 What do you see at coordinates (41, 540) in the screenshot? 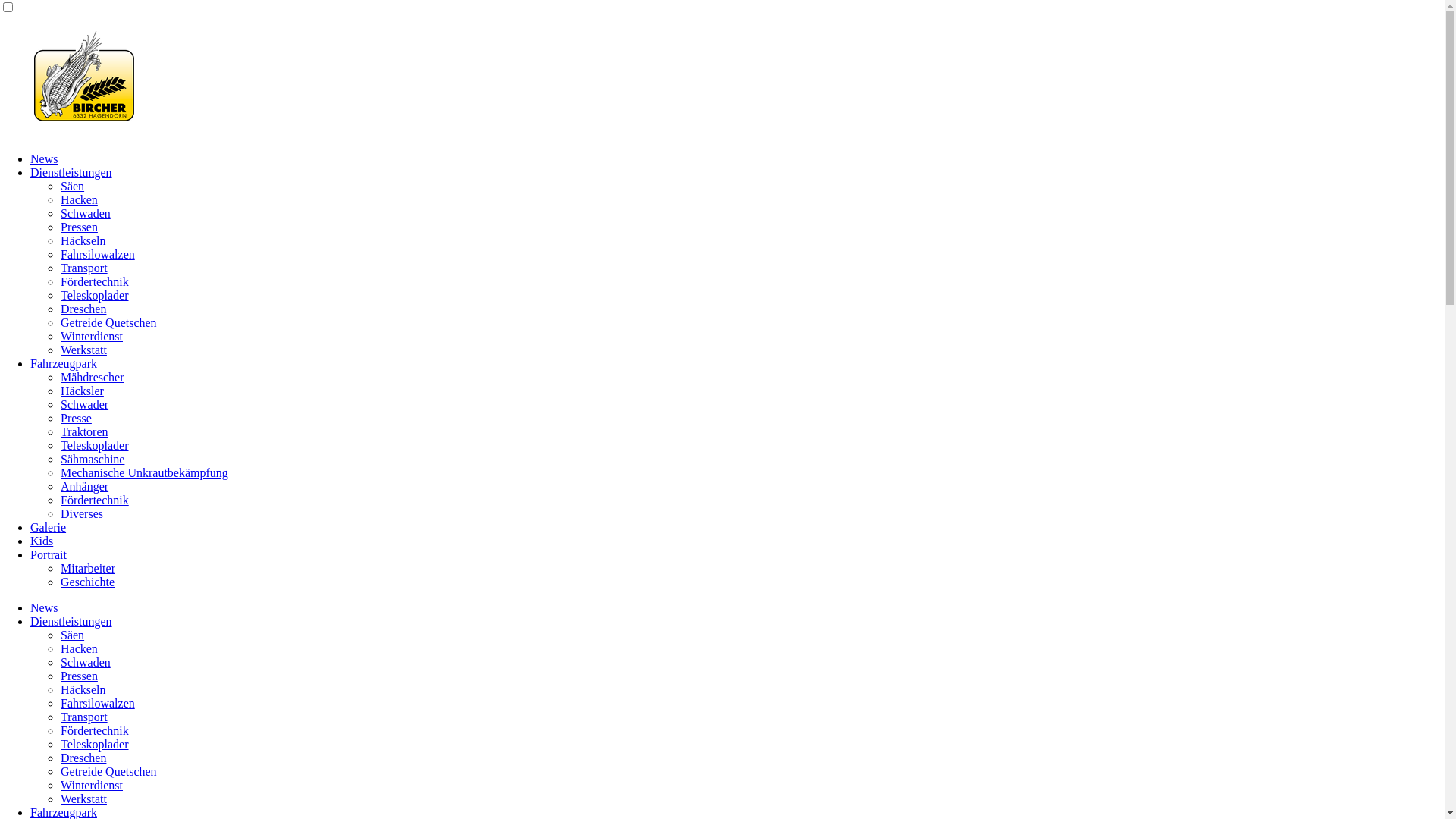
I see `'Kids'` at bounding box center [41, 540].